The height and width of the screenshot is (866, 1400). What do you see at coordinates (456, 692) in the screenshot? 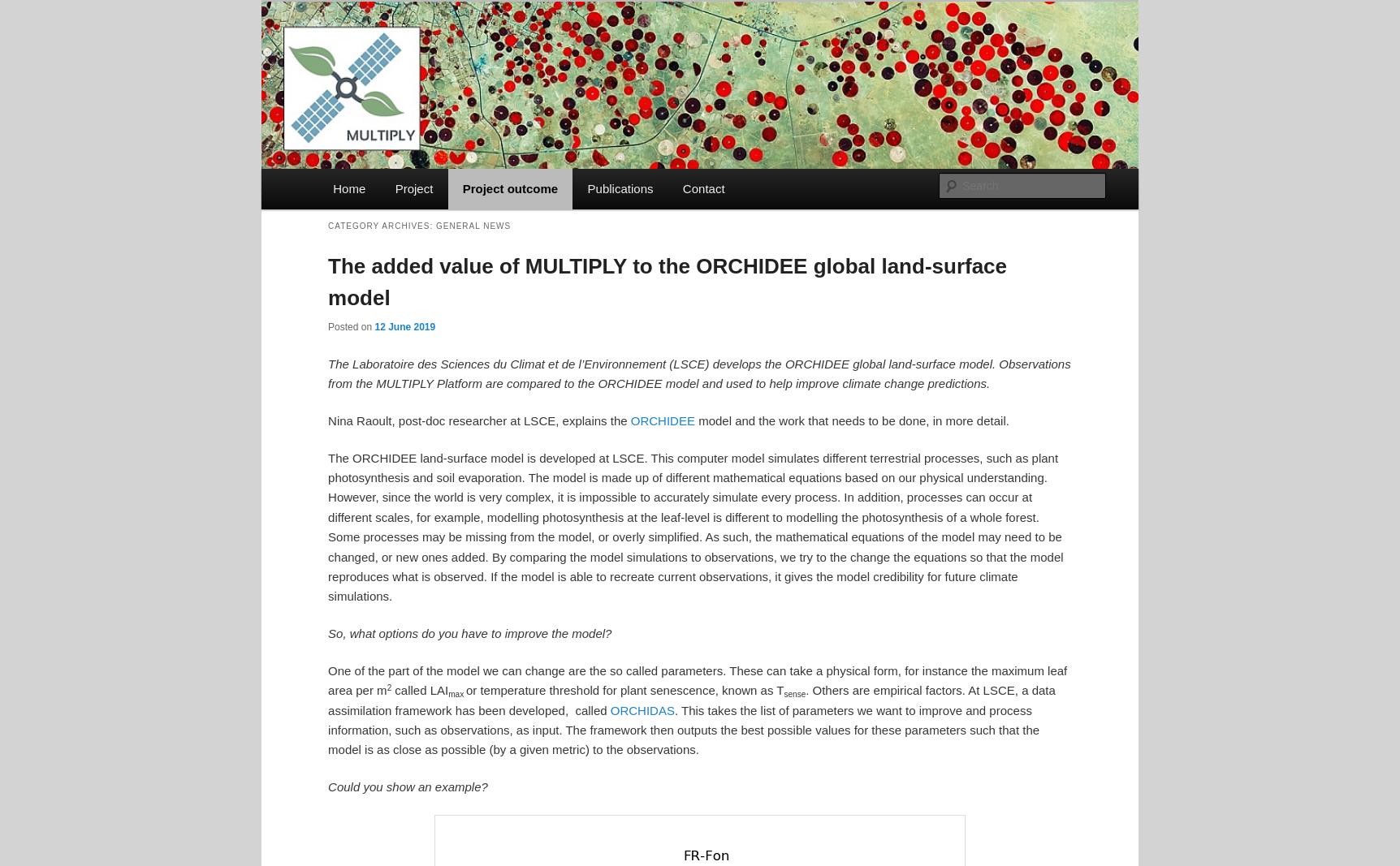
I see `'max'` at bounding box center [456, 692].